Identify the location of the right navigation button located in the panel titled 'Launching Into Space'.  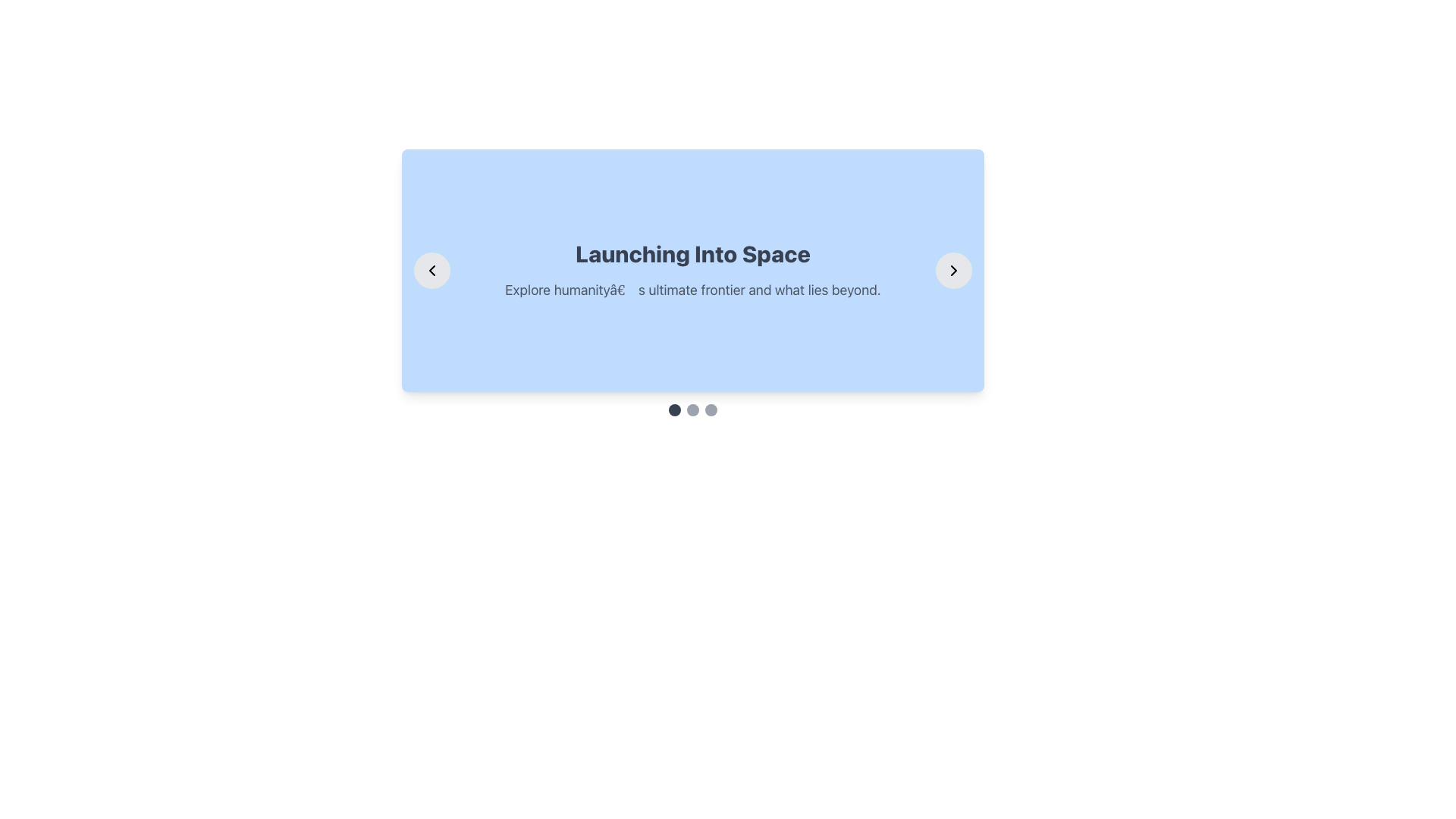
(952, 270).